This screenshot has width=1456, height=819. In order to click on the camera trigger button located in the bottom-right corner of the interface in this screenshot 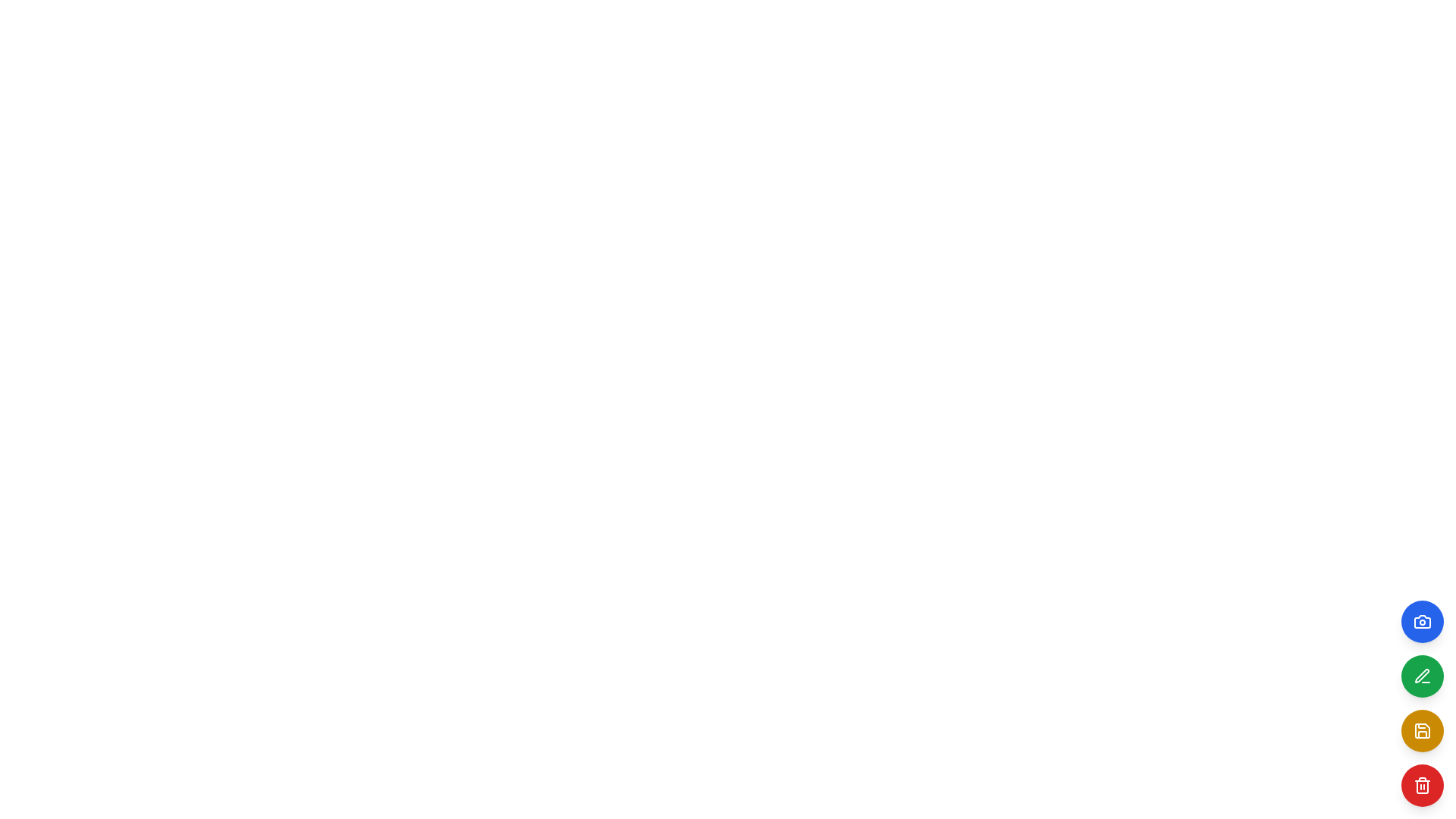, I will do `click(1422, 622)`.